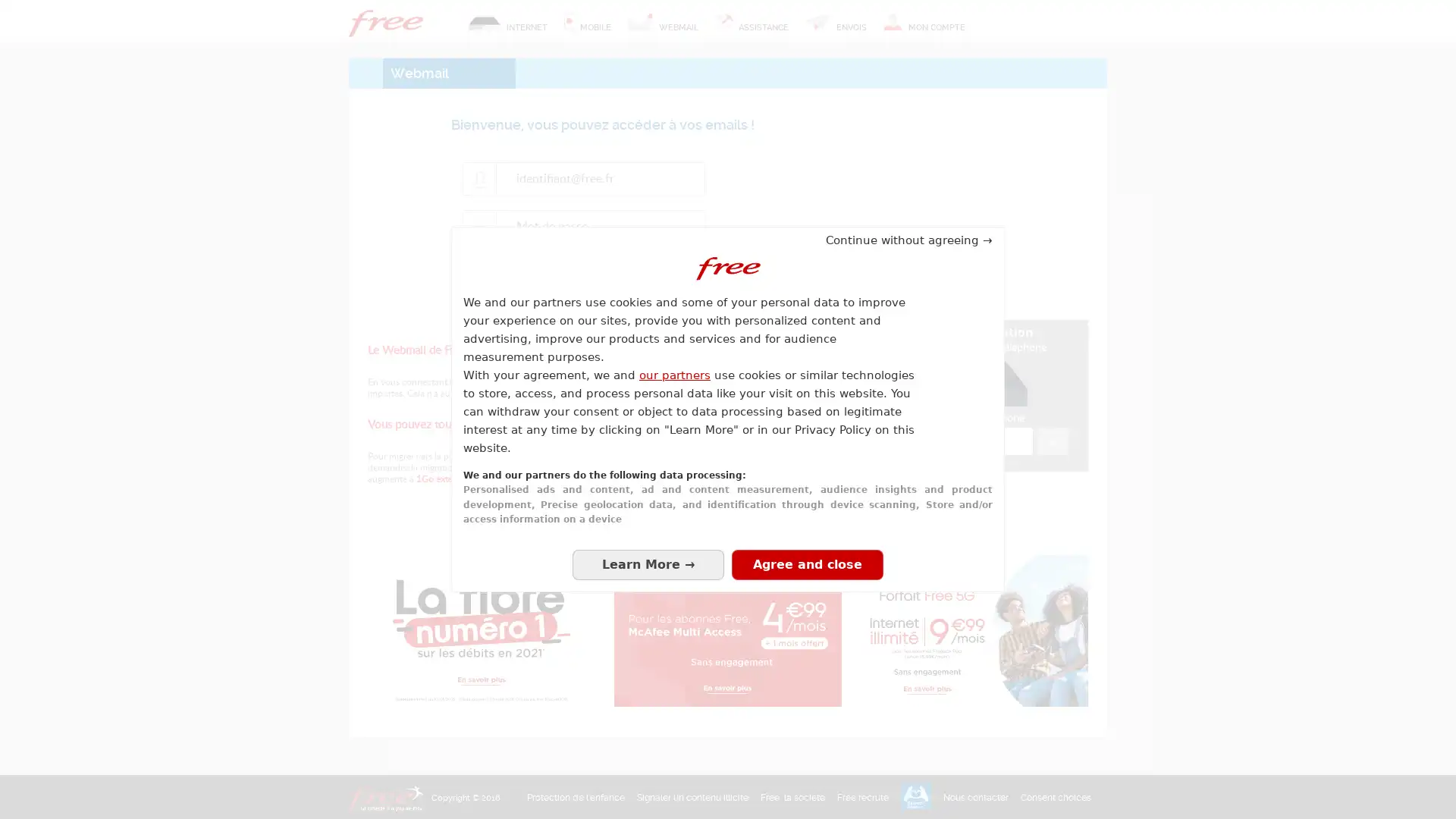  Describe the element at coordinates (909, 239) in the screenshot. I see `Continue without agreeing` at that location.